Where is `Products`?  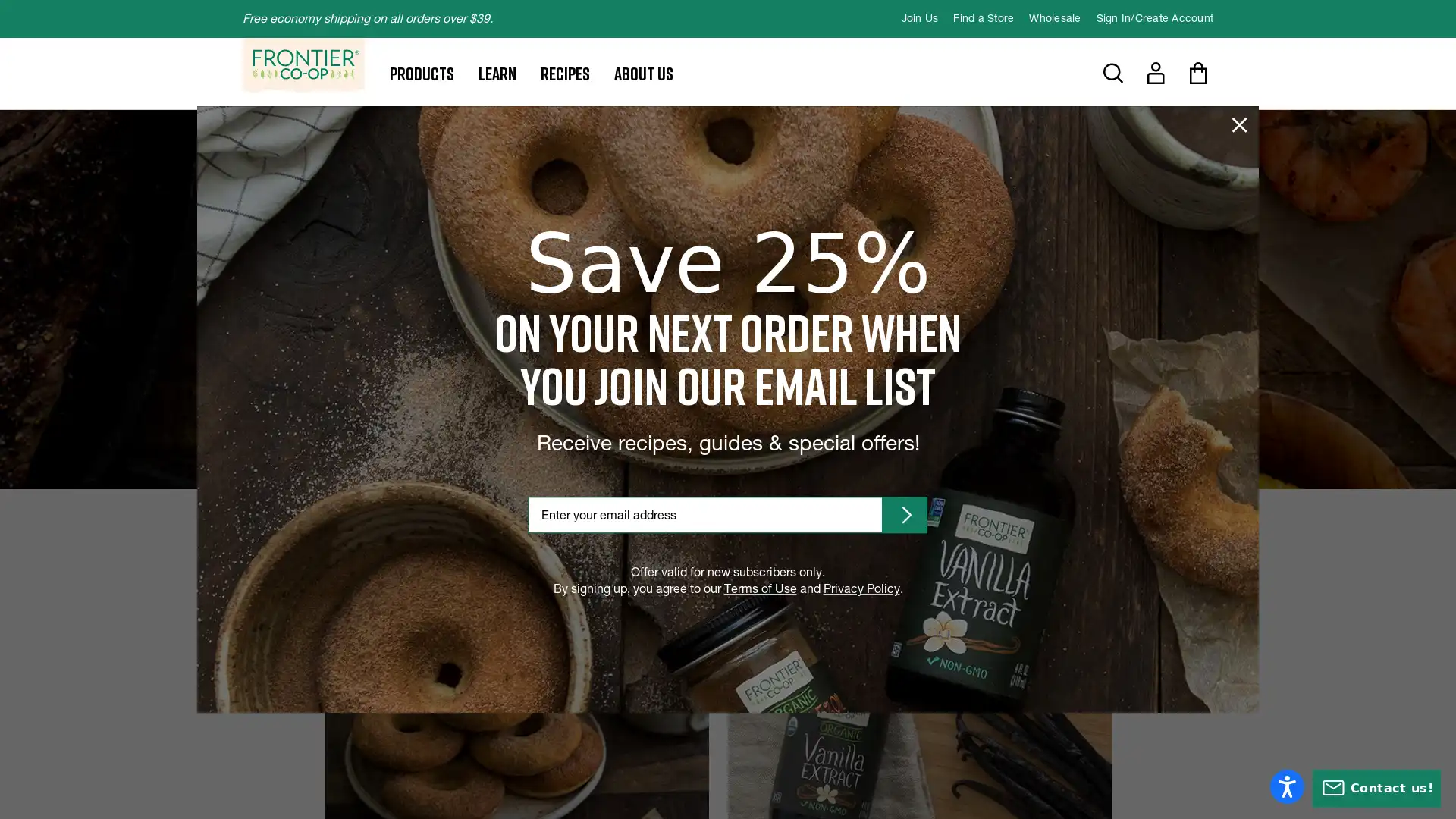 Products is located at coordinates (422, 73).